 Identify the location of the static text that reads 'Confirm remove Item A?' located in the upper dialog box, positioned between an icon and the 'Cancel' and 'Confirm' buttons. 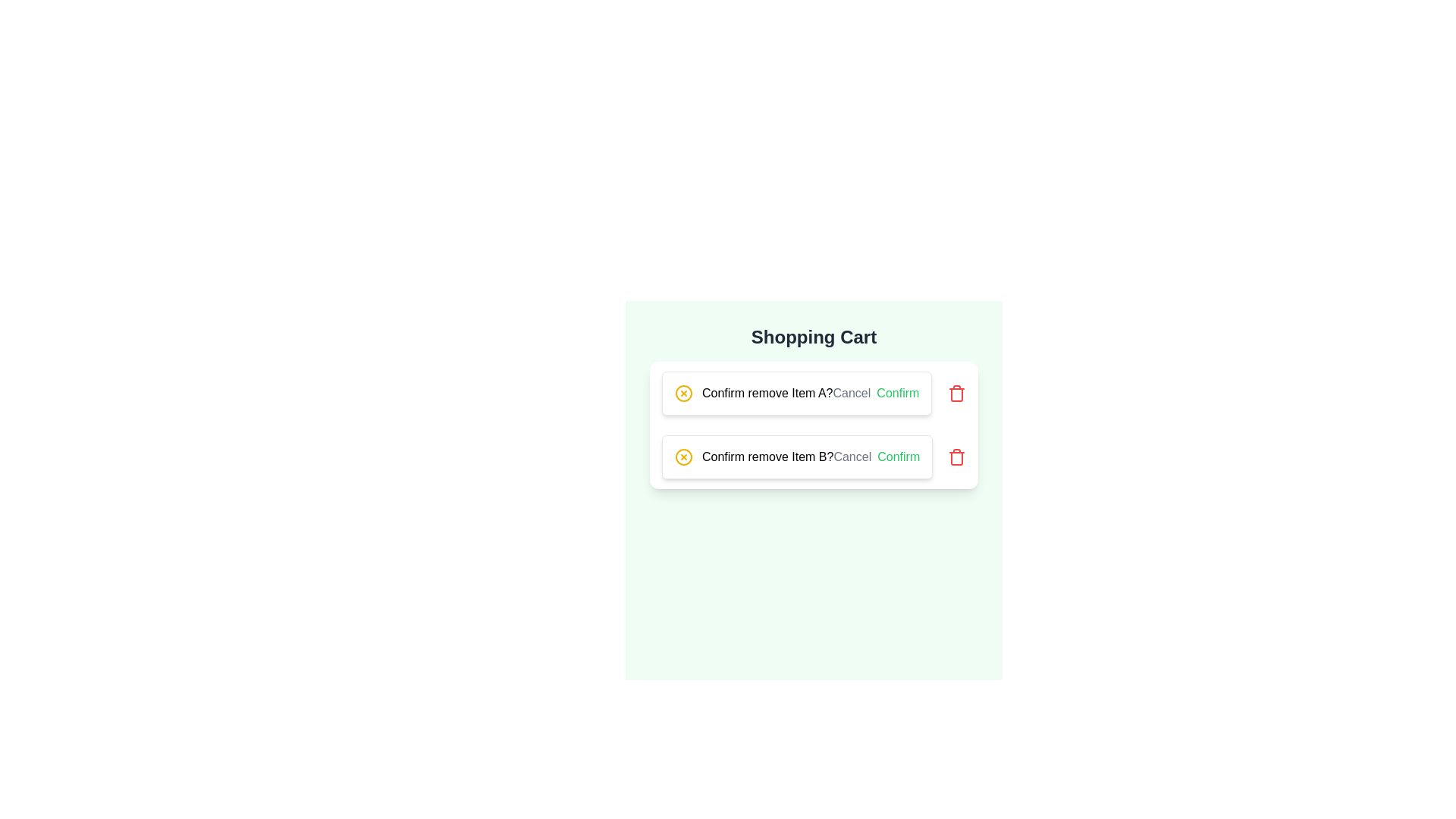
(767, 393).